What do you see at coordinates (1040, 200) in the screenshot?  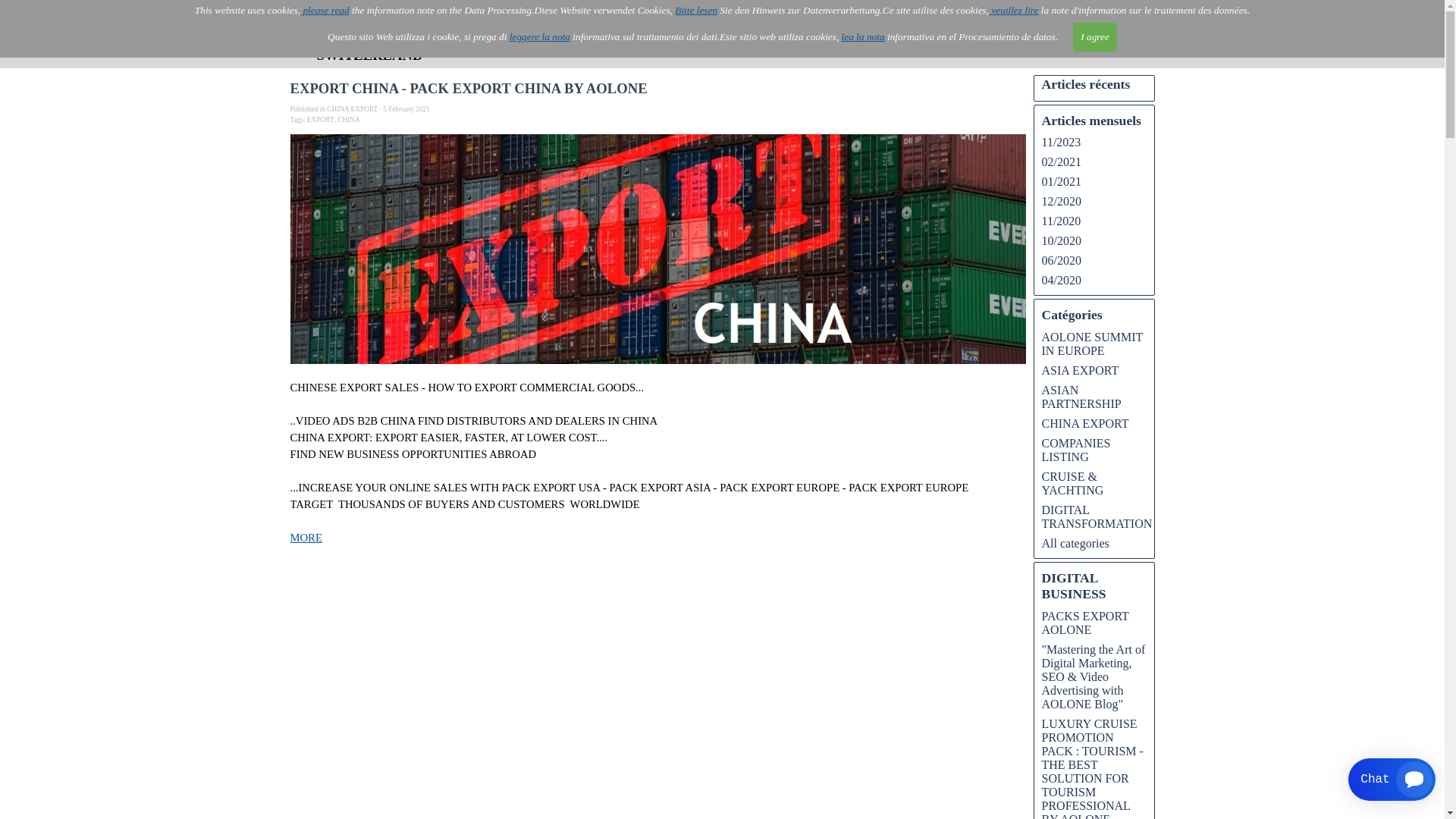 I see `'12/2020'` at bounding box center [1040, 200].